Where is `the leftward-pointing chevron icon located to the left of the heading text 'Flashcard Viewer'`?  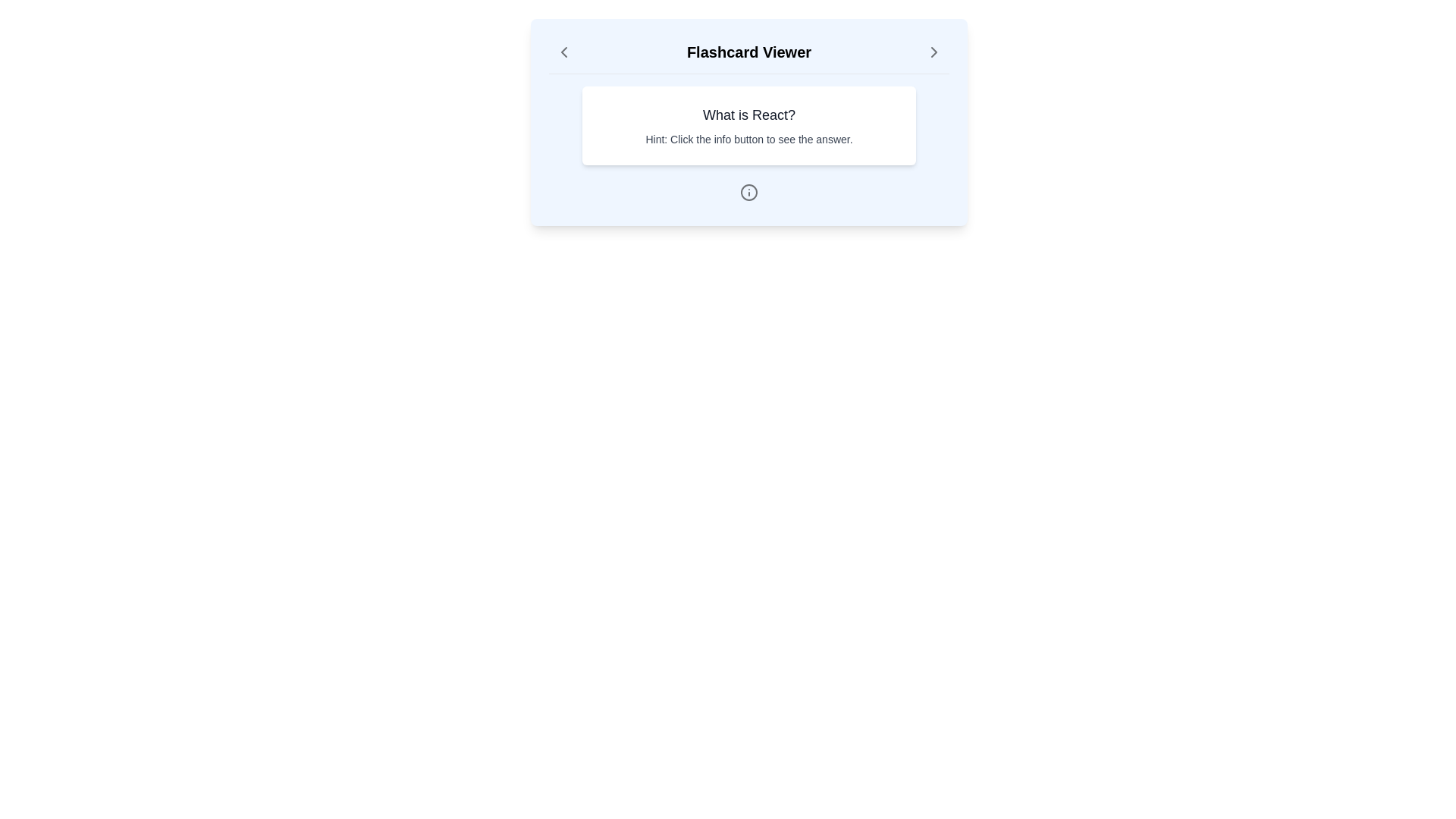
the leftward-pointing chevron icon located to the left of the heading text 'Flashcard Viewer' is located at coordinates (563, 52).